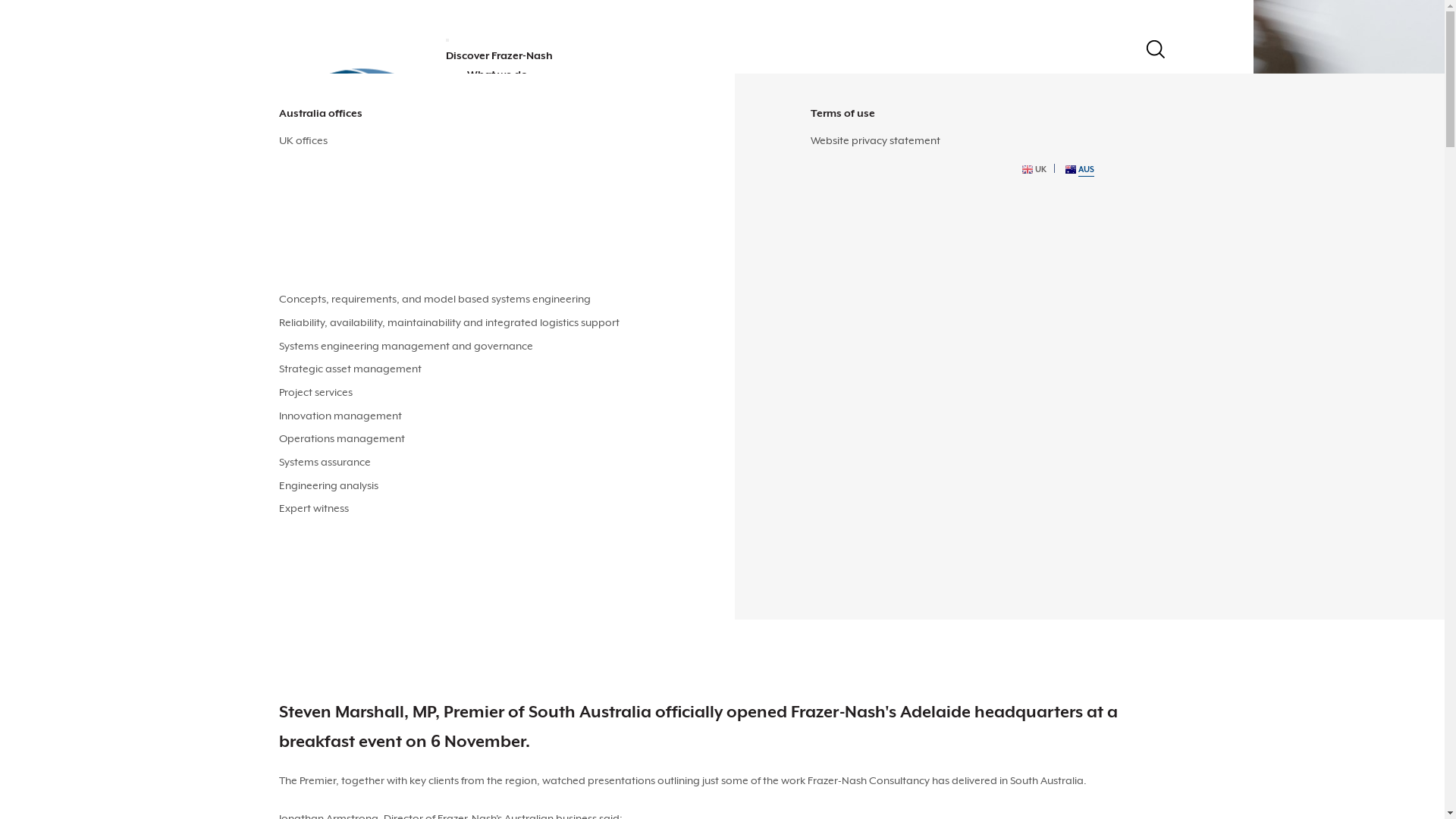  What do you see at coordinates (279, 112) in the screenshot?
I see `'Australia offices'` at bounding box center [279, 112].